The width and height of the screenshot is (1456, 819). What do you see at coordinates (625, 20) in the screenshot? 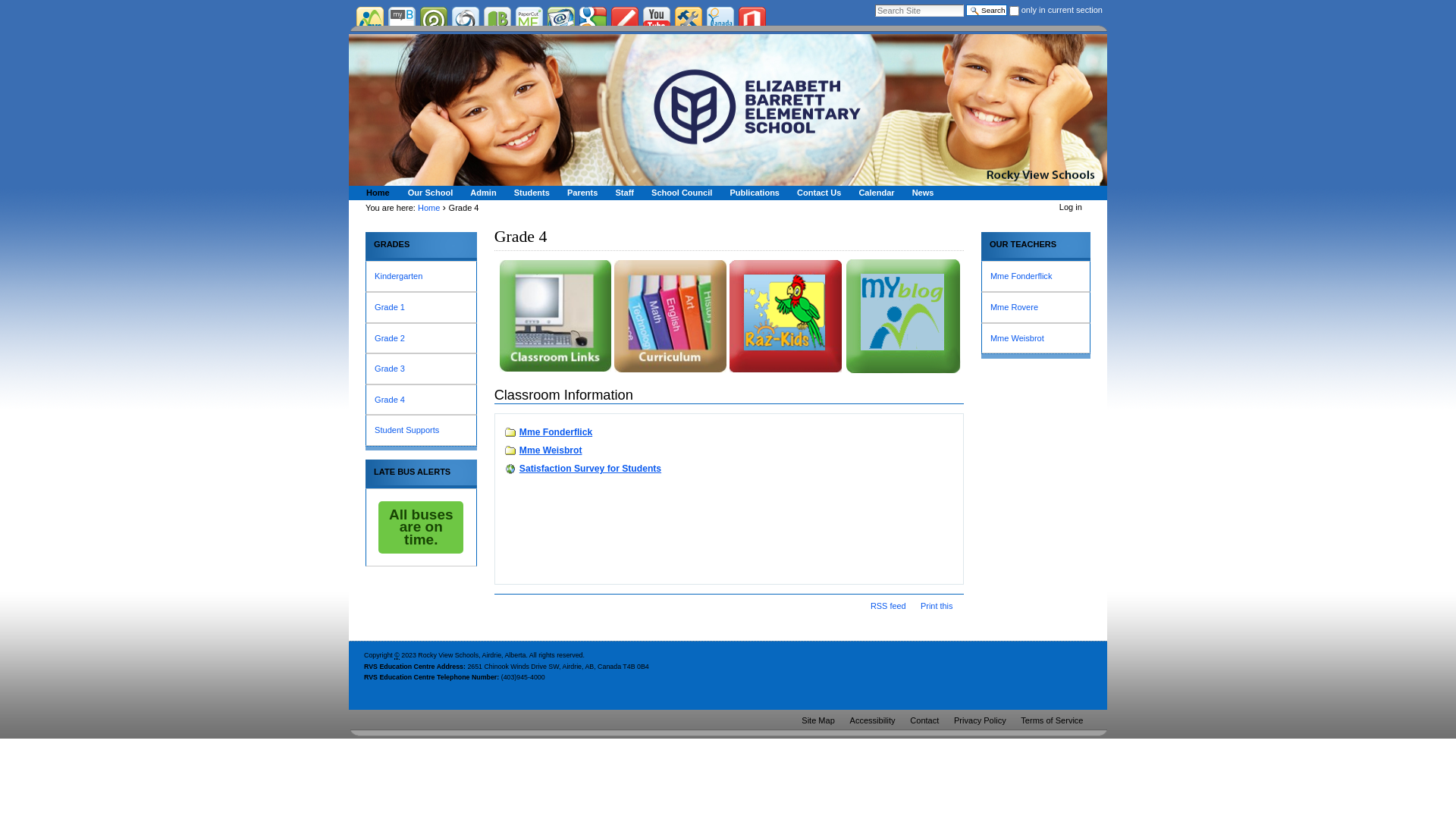
I see `'Student Blogs'` at bounding box center [625, 20].